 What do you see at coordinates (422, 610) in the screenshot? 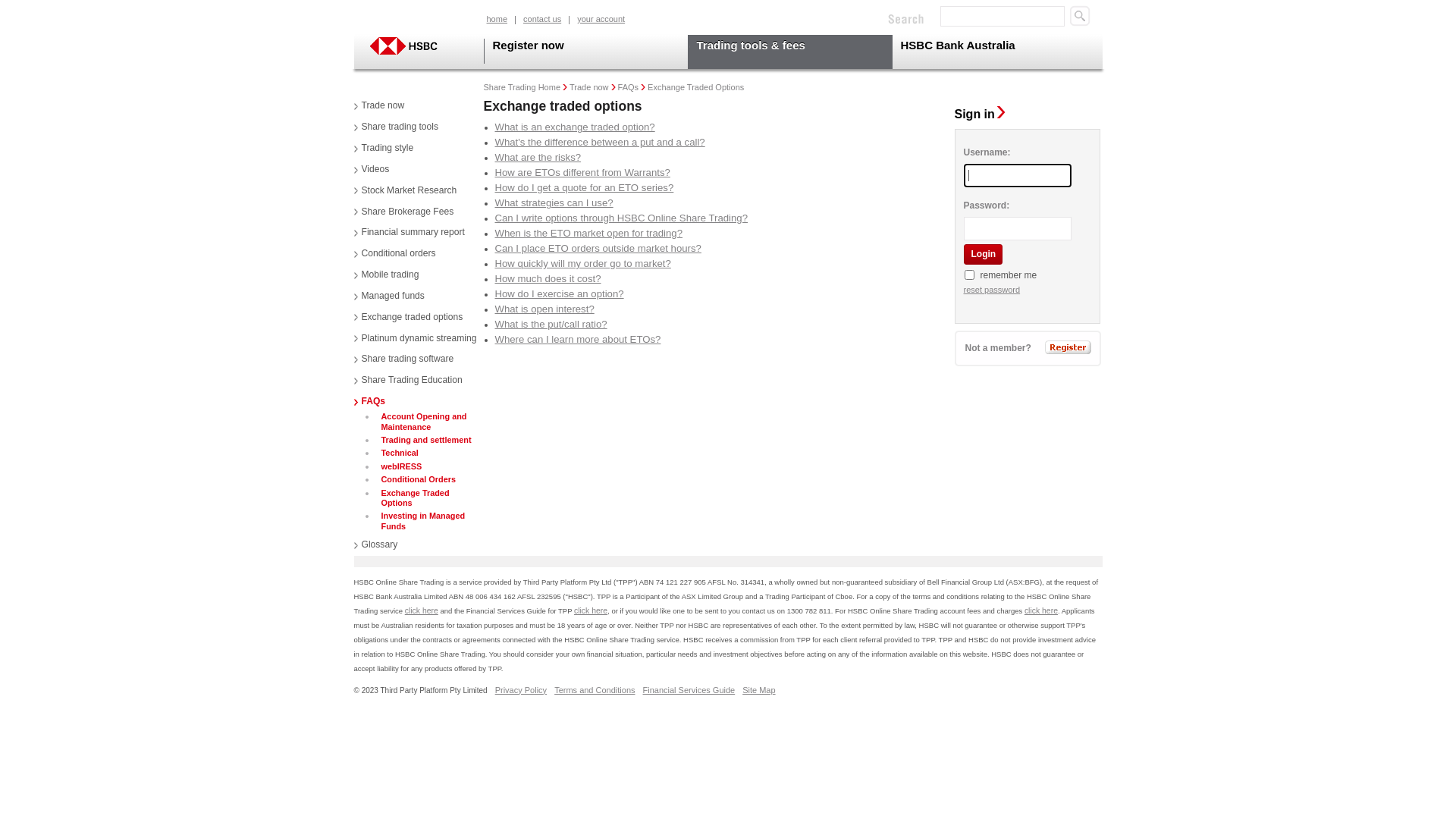
I see `'click here'` at bounding box center [422, 610].